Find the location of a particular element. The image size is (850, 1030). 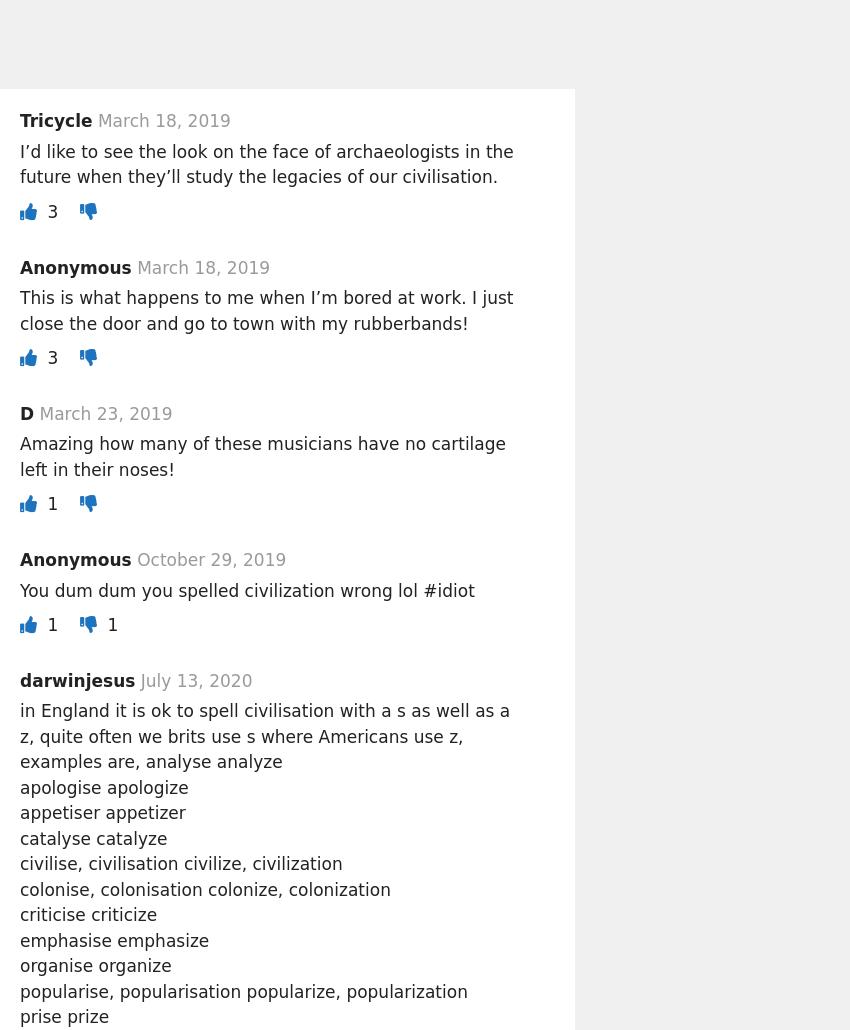

'You dum dum you spelled civilization wrong lol #idiot' is located at coordinates (247, 589).